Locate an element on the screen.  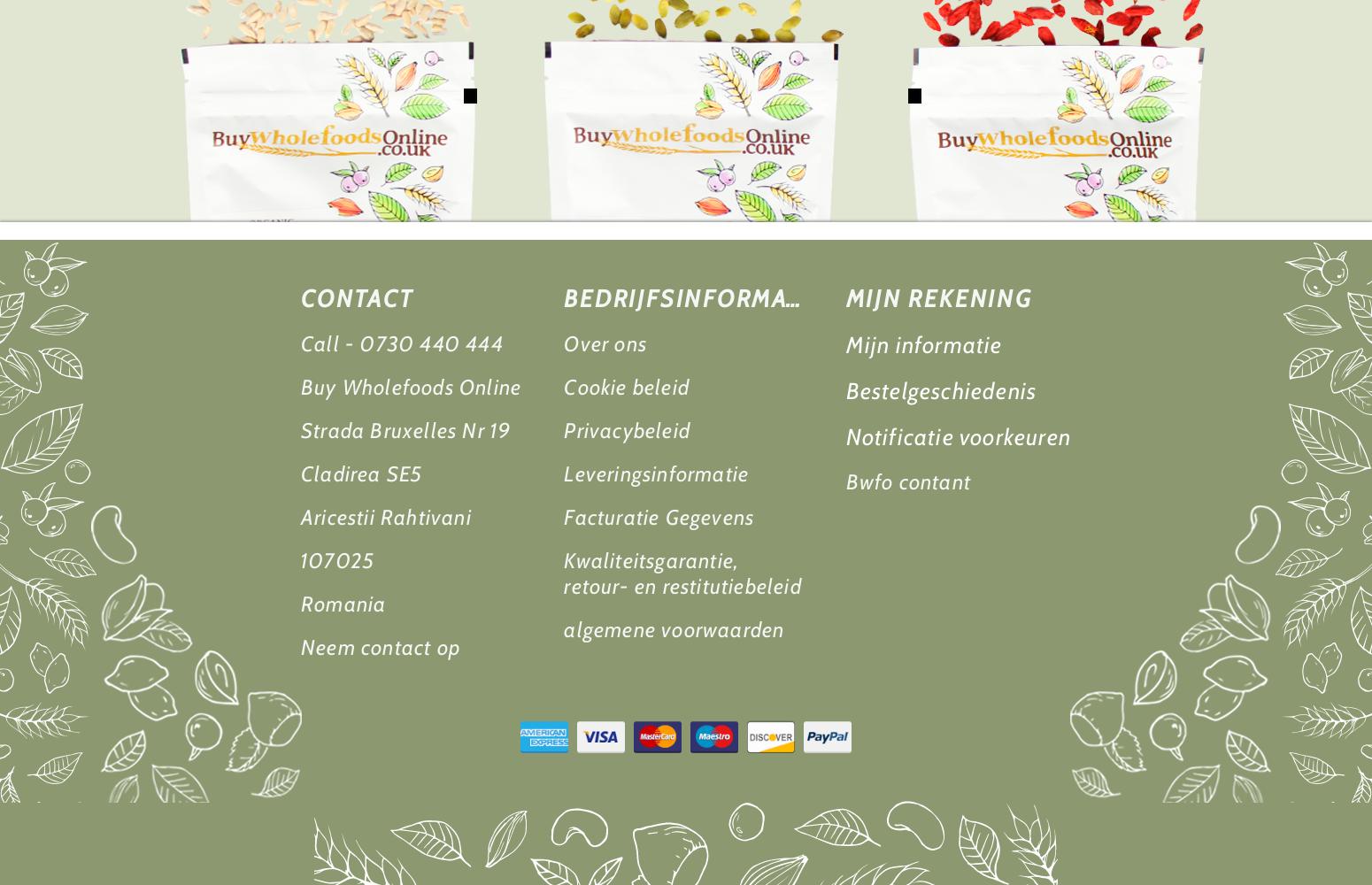
'Bestelgeschiedenis' is located at coordinates (940, 390).